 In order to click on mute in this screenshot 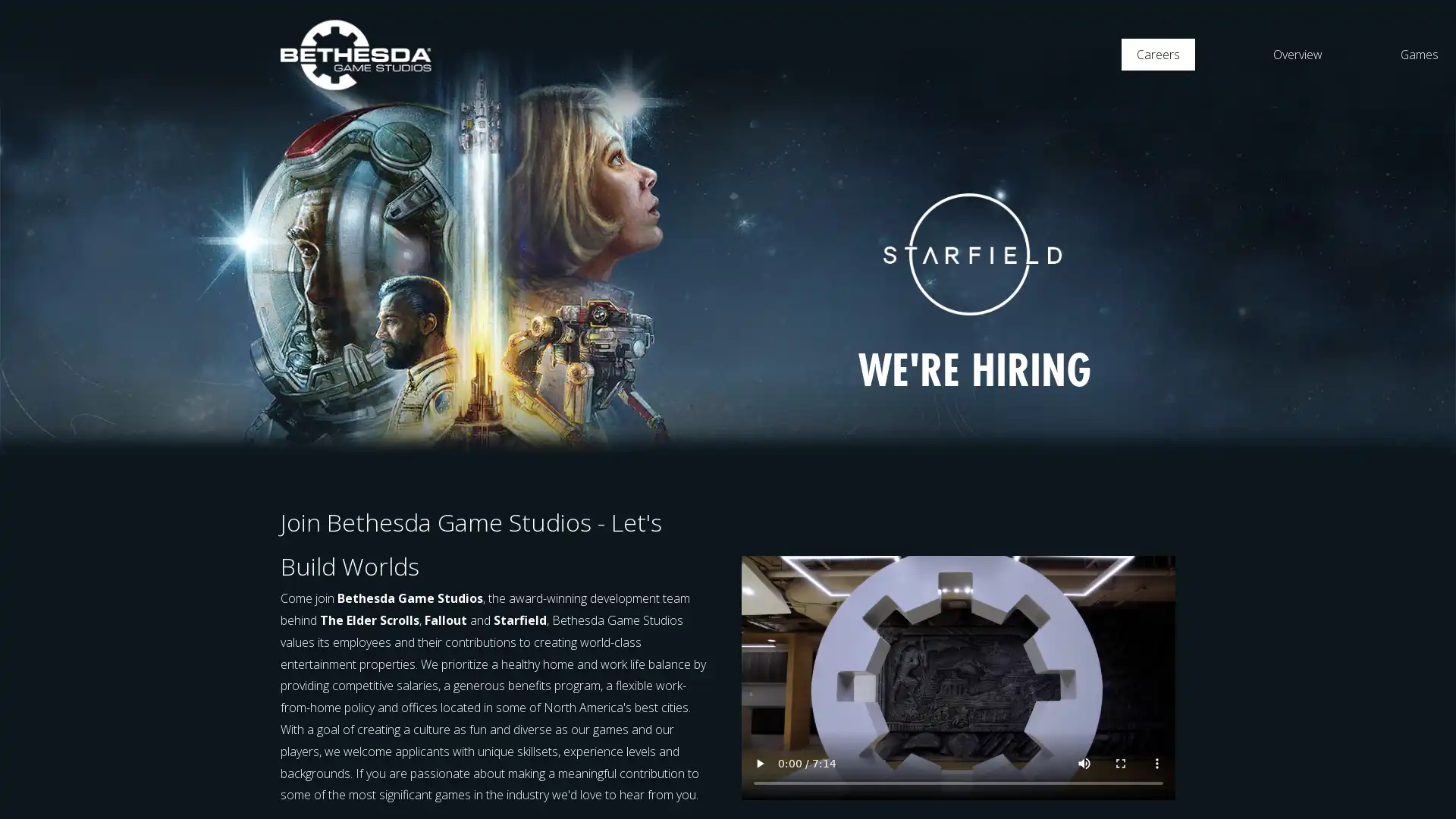, I will do `click(1084, 763)`.